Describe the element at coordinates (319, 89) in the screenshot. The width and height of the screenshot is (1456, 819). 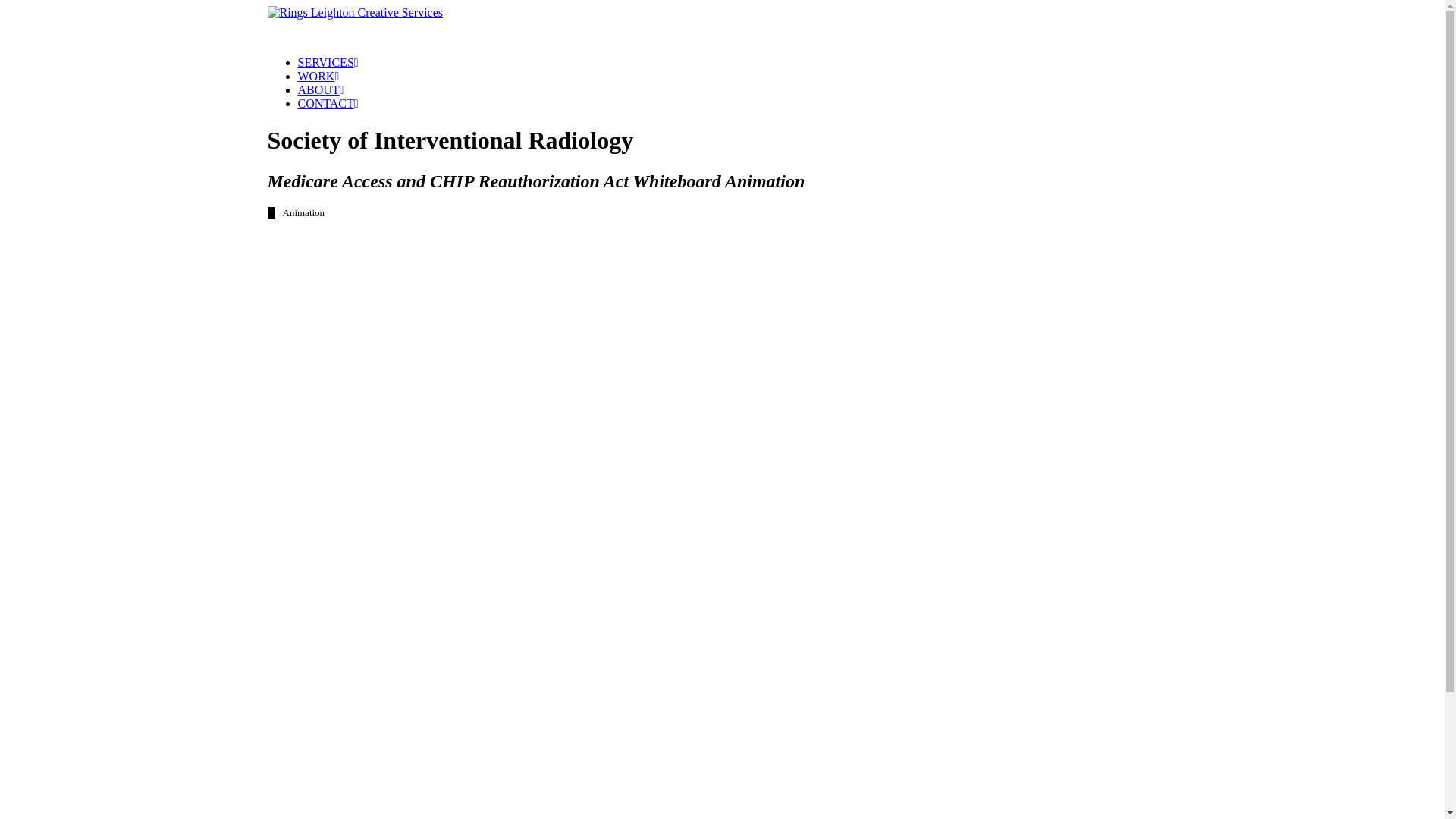
I see `'ABOUT'` at that location.